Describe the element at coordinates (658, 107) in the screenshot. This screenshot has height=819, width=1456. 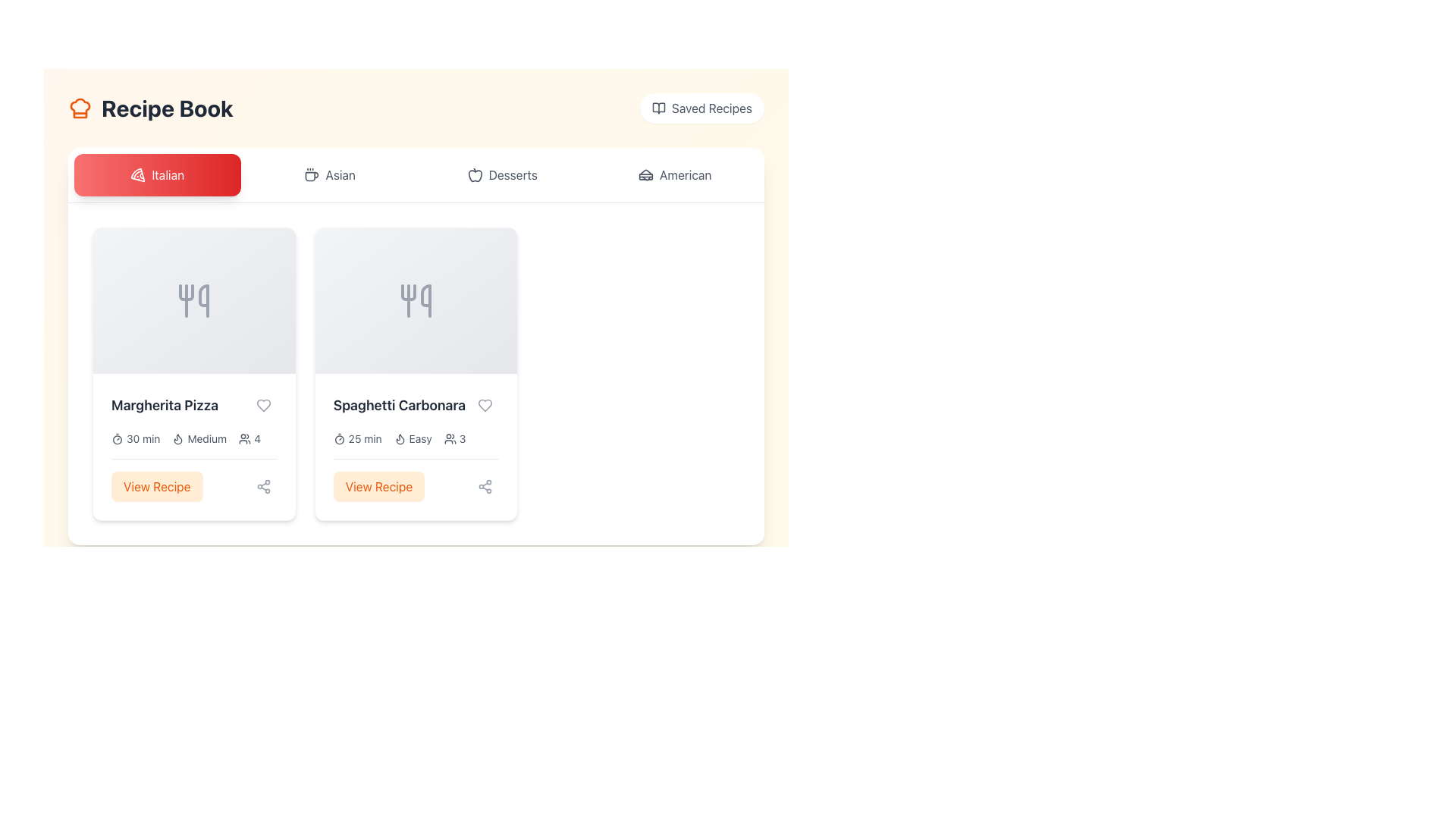
I see `the small open book icon, which is part of the 'Saved Recipes' button located at the top right of the page` at that location.